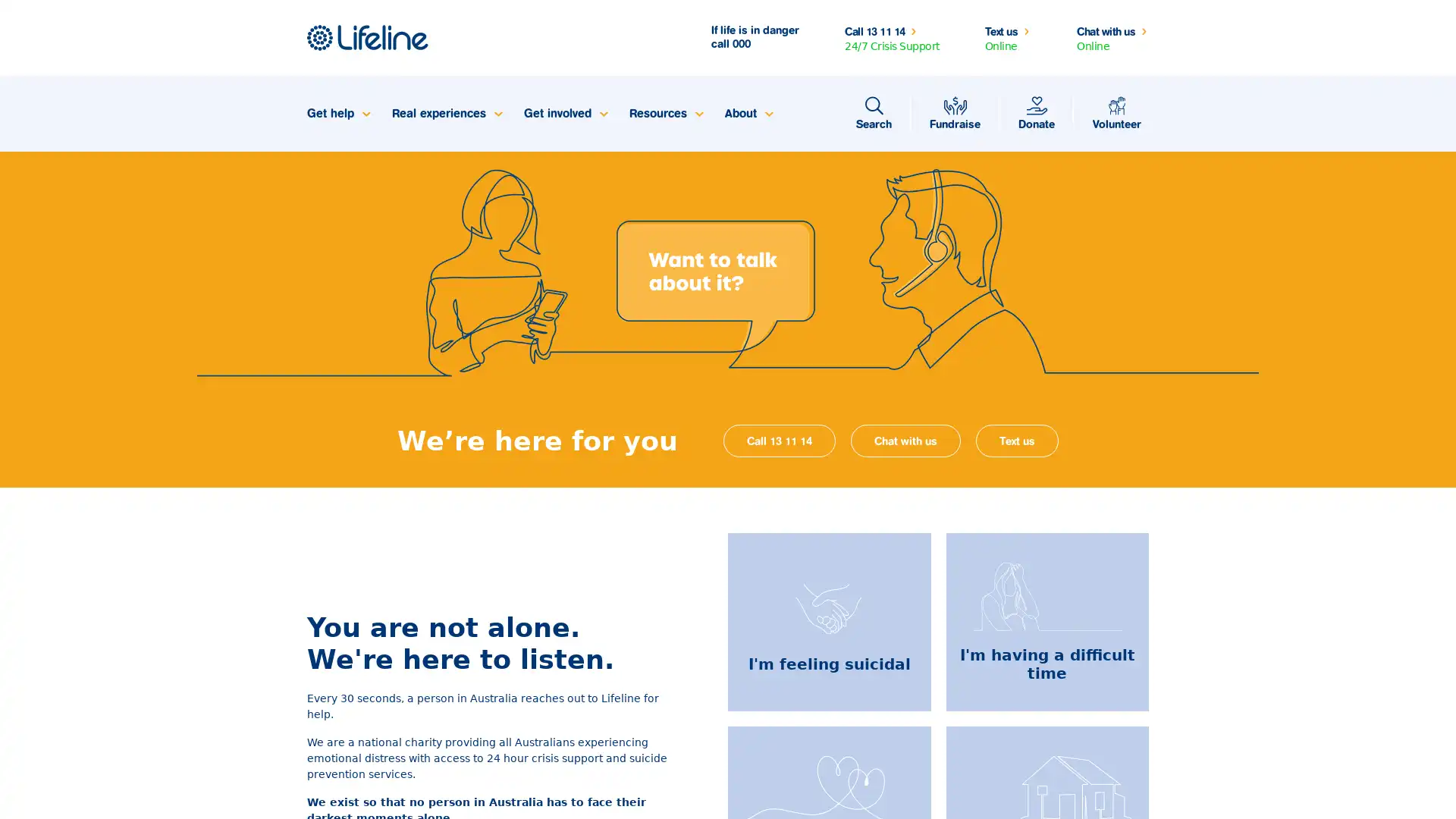  What do you see at coordinates (874, 113) in the screenshot?
I see `Search` at bounding box center [874, 113].